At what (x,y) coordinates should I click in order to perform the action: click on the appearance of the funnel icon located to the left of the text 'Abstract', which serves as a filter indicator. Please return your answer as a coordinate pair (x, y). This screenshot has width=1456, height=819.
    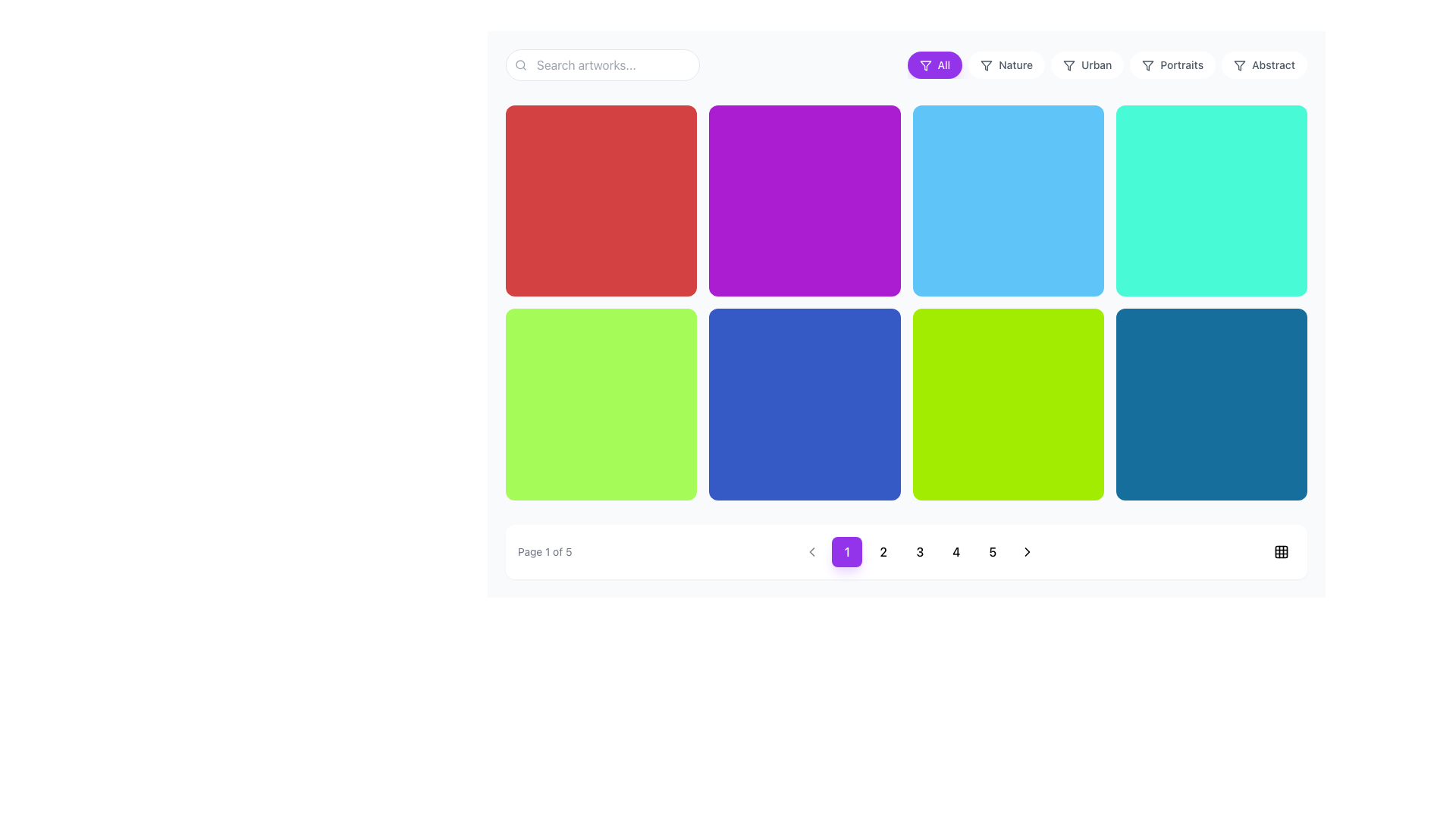
    Looking at the image, I should click on (1240, 65).